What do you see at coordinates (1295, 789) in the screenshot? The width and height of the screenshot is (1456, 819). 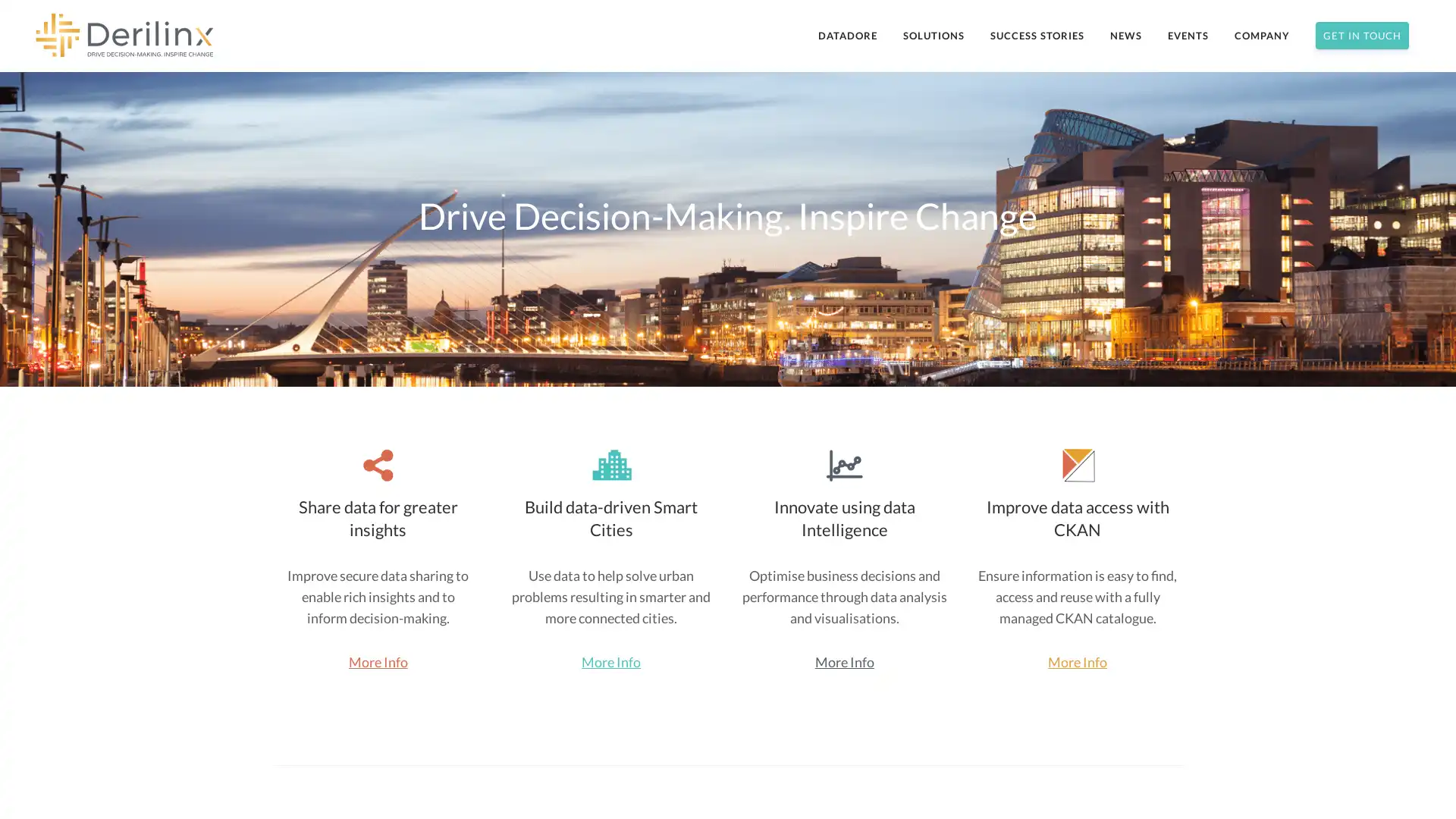 I see `Subscribe Now` at bounding box center [1295, 789].